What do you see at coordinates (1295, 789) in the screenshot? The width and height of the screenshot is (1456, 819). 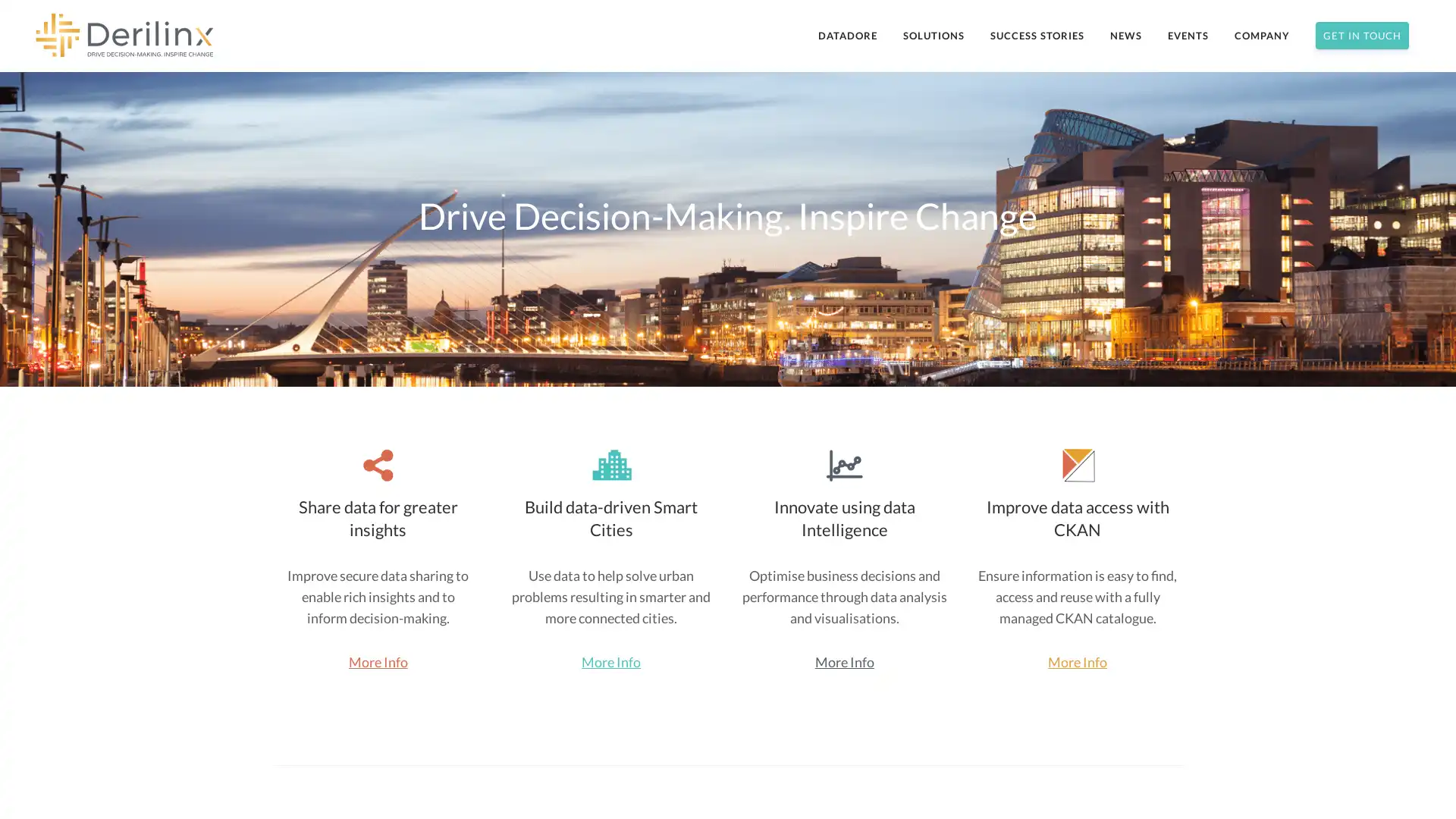 I see `Subscribe Now` at bounding box center [1295, 789].